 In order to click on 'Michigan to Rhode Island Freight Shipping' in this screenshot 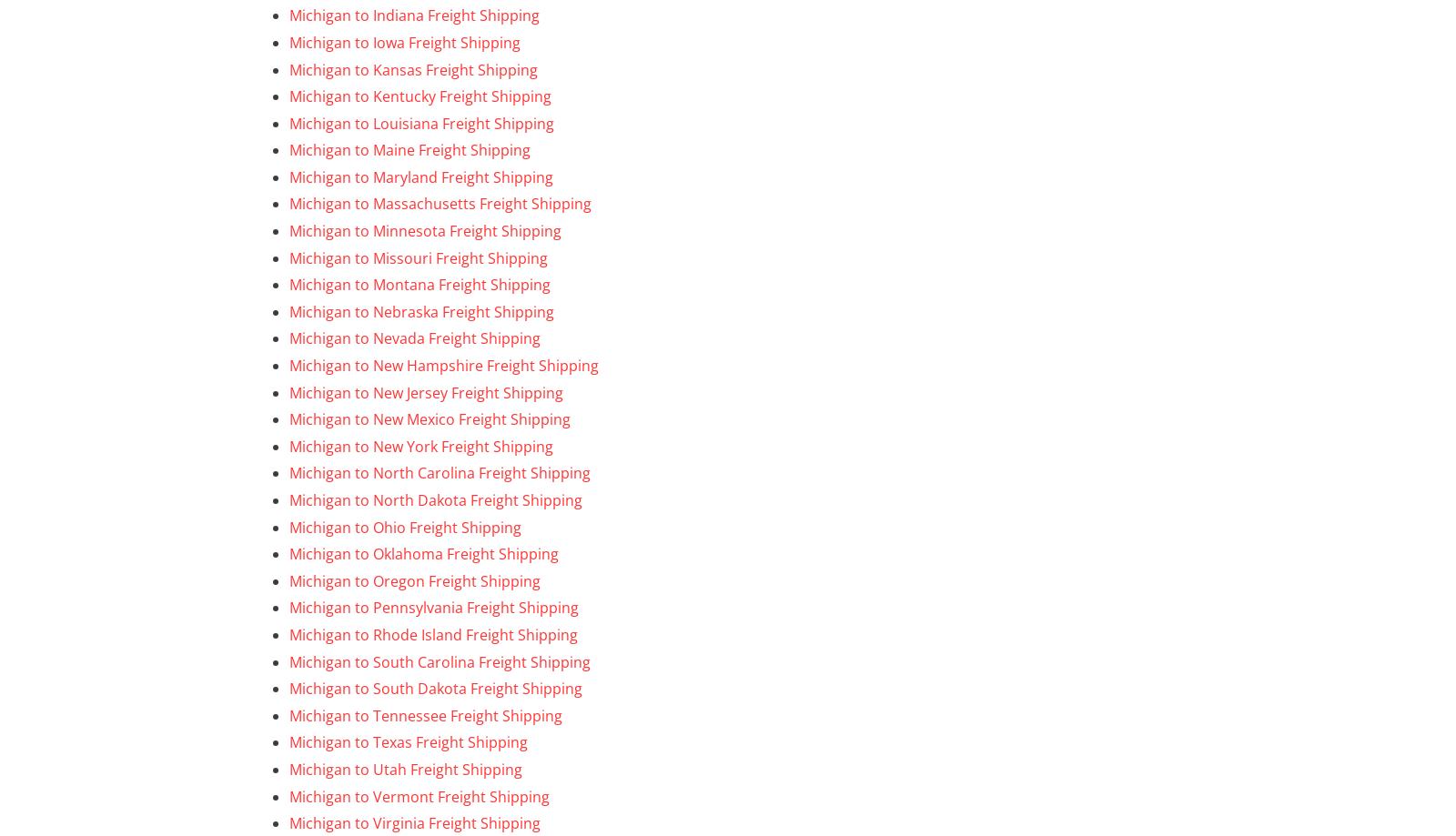, I will do `click(432, 632)`.